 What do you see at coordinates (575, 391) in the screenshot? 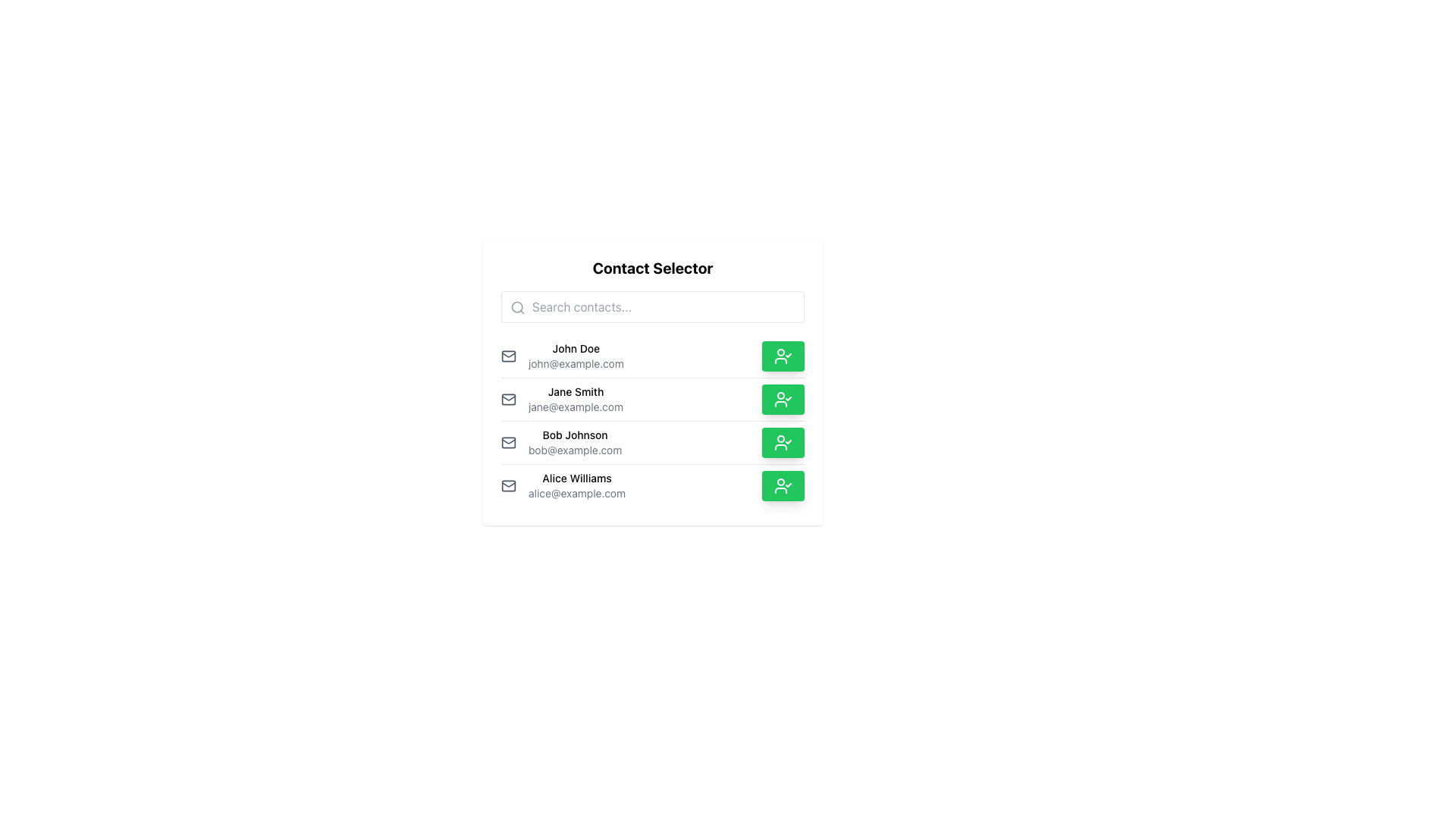
I see `the text 'Jane Smith' from the second row of the contact list interface, which is displayed in a bold style and is located above the email address 'jane@example.com'` at bounding box center [575, 391].